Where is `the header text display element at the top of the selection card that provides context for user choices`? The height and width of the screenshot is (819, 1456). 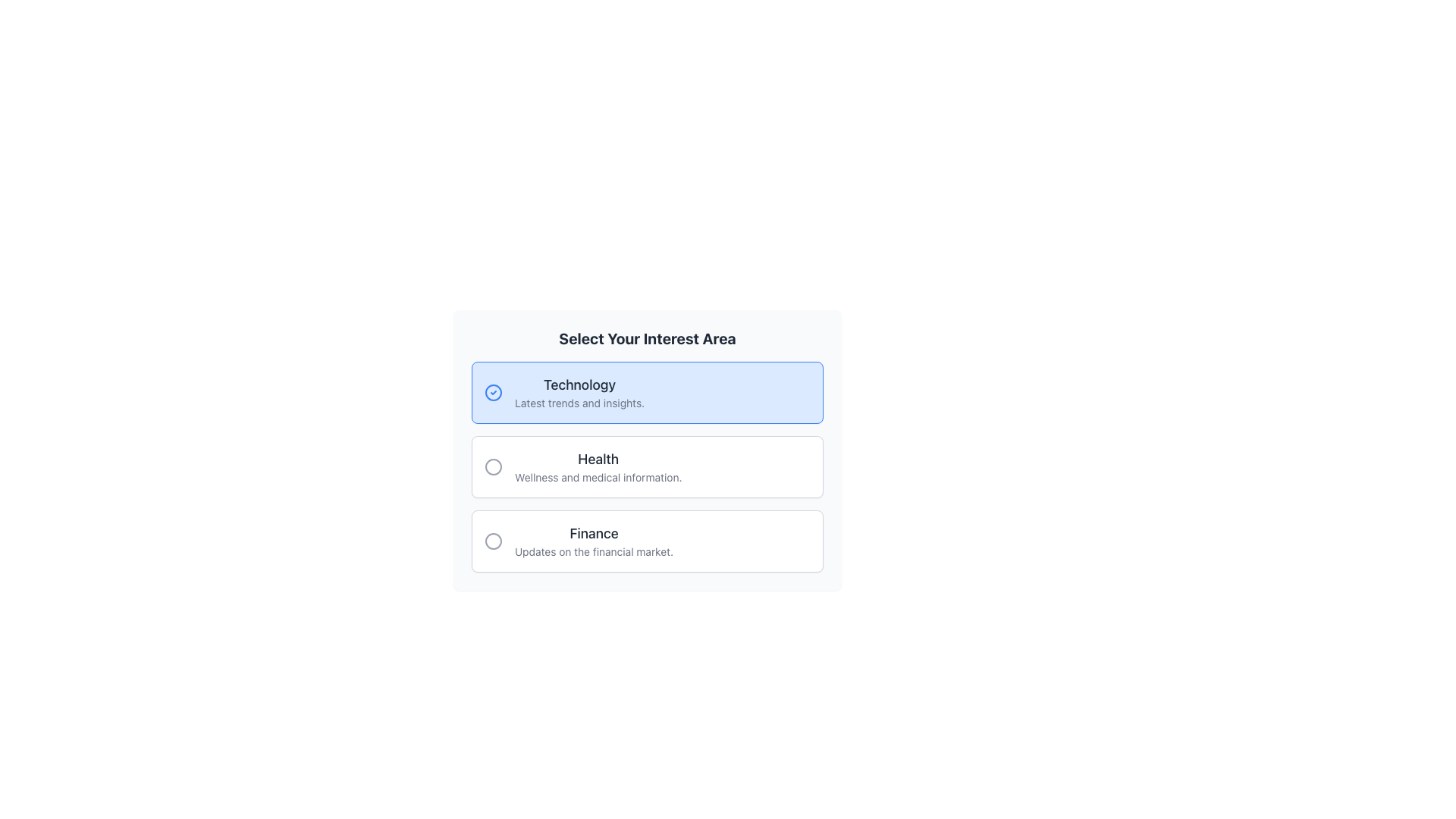
the header text display element at the top of the selection card that provides context for user choices is located at coordinates (648, 338).